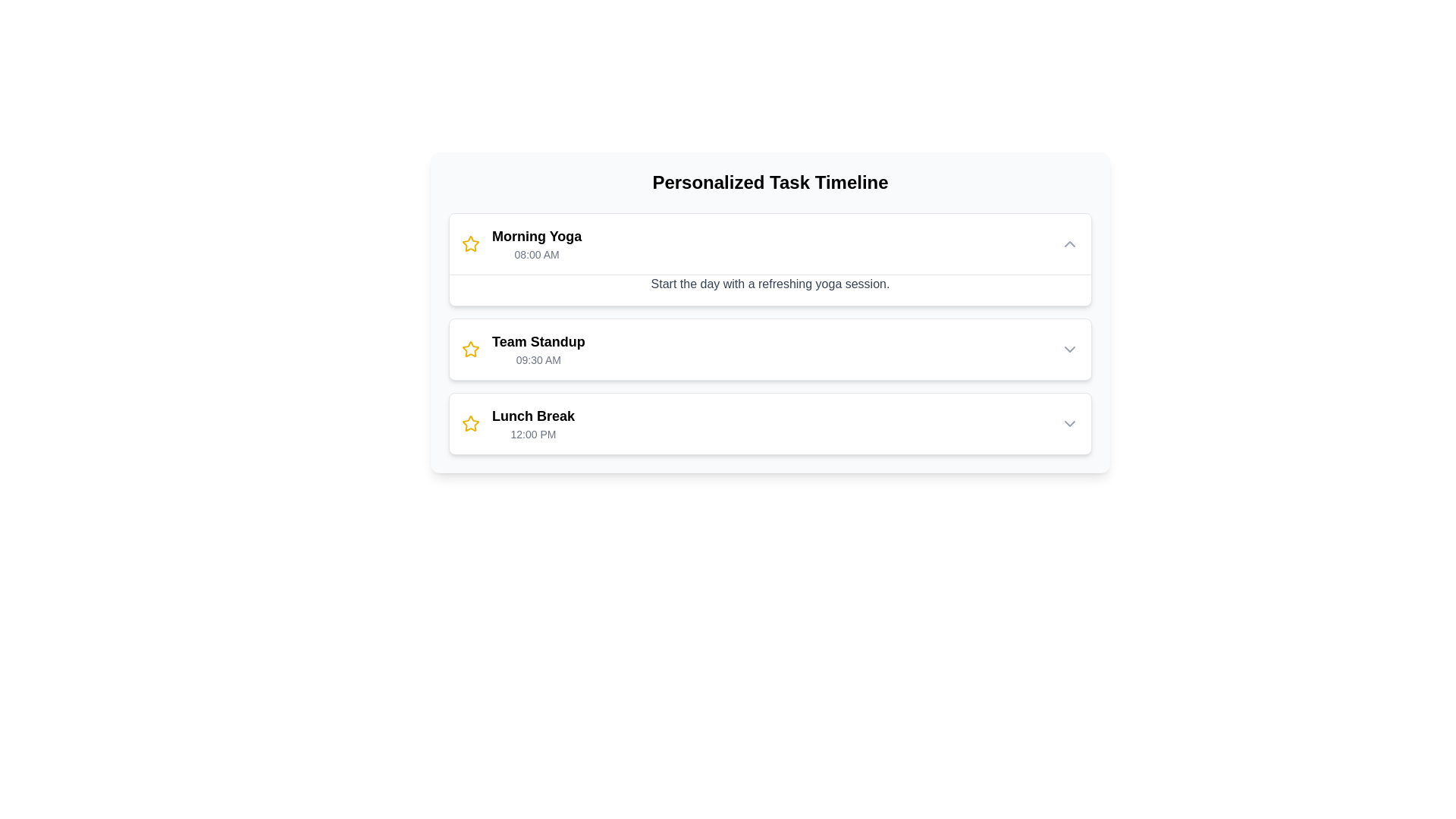  Describe the element at coordinates (469, 424) in the screenshot. I see `the star-shaped icon with a yellow border located to the left of the 'Lunch Break' text in the task list interface` at that location.